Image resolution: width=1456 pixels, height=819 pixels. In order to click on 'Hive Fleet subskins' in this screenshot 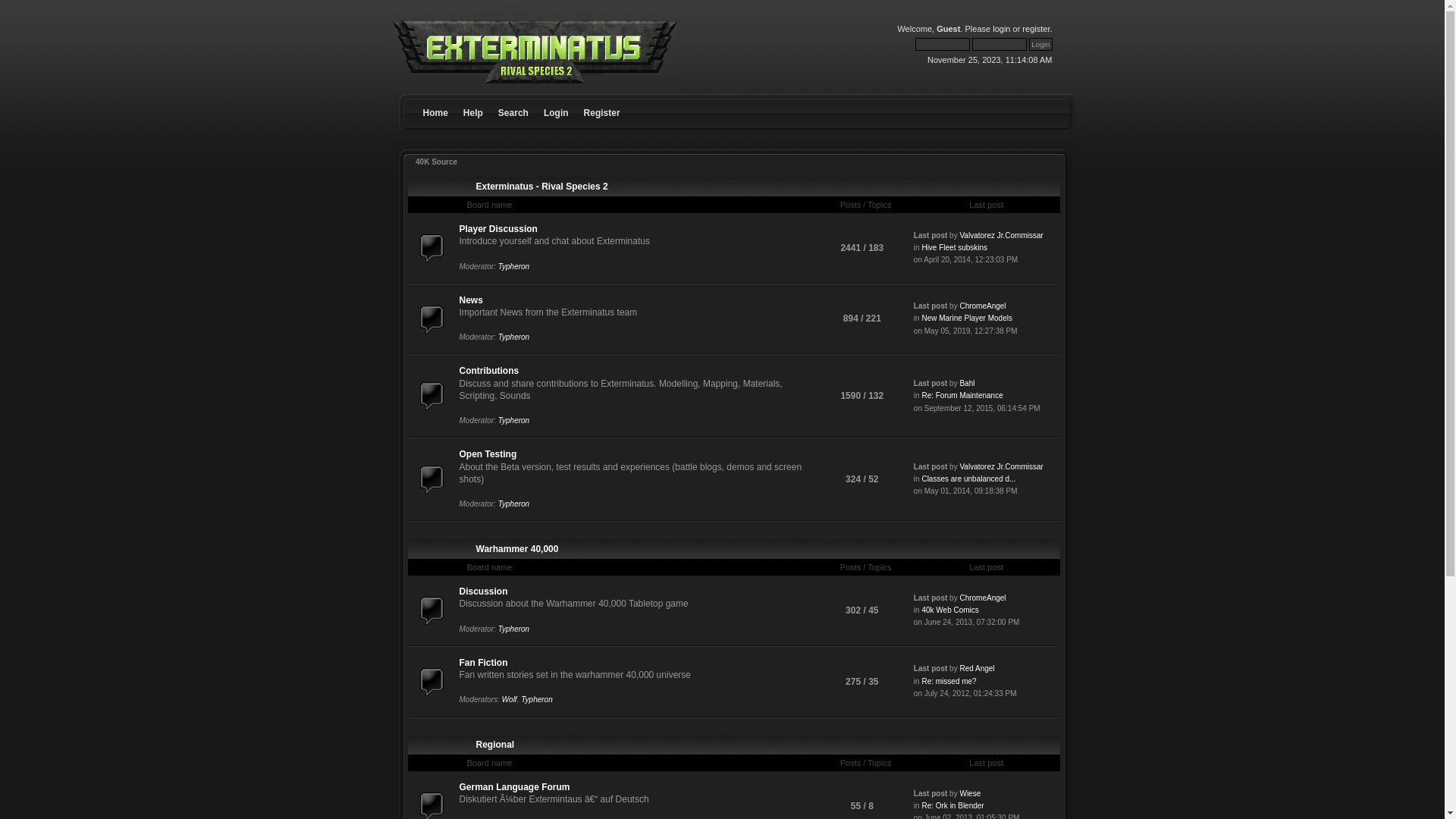, I will do `click(953, 246)`.